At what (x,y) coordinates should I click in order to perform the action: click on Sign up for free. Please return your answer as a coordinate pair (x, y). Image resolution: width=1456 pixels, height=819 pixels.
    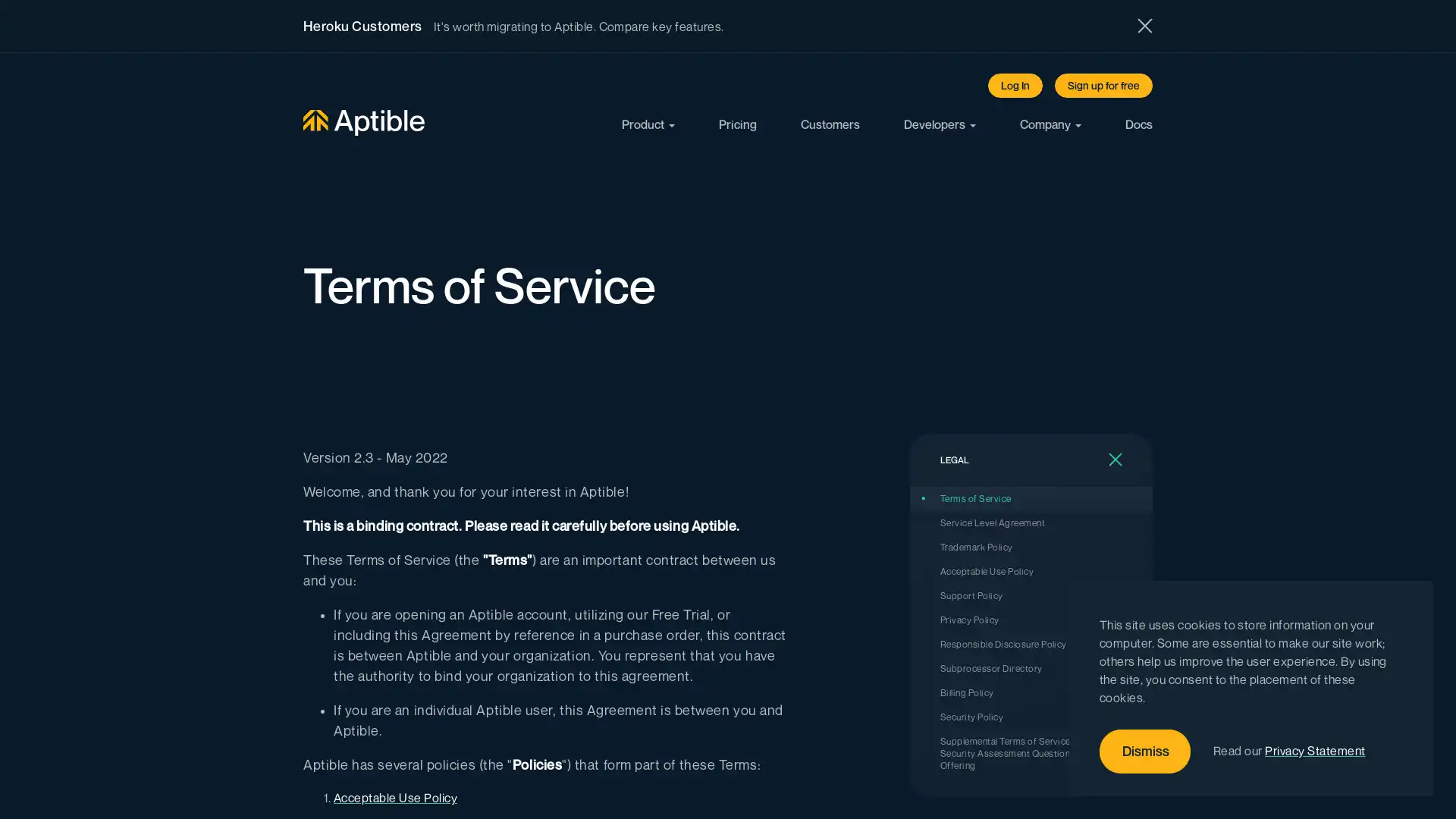
    Looking at the image, I should click on (1103, 85).